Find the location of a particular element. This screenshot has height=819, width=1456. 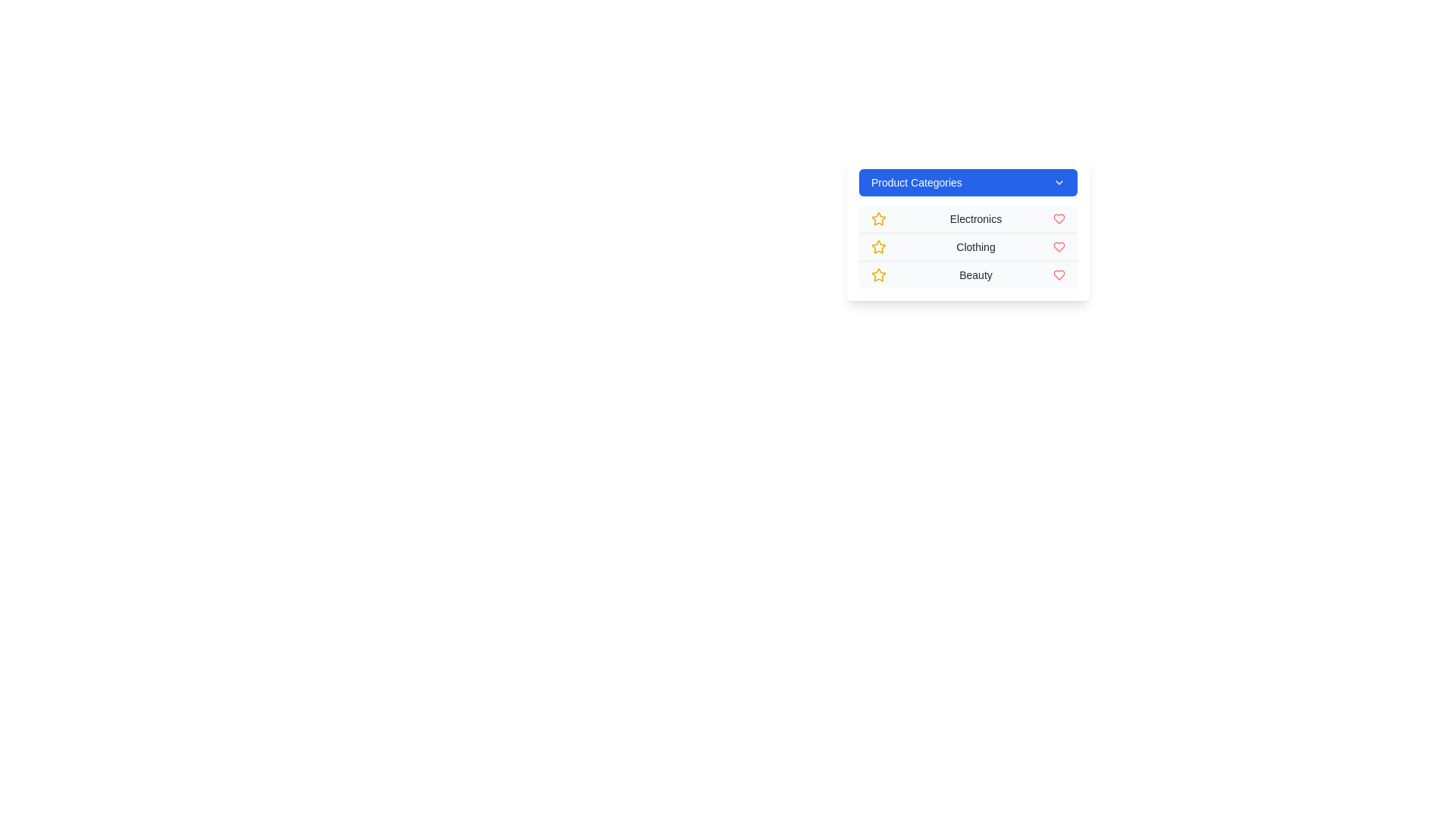

the 'Product Categories' button to toggle the menu visibility is located at coordinates (967, 181).